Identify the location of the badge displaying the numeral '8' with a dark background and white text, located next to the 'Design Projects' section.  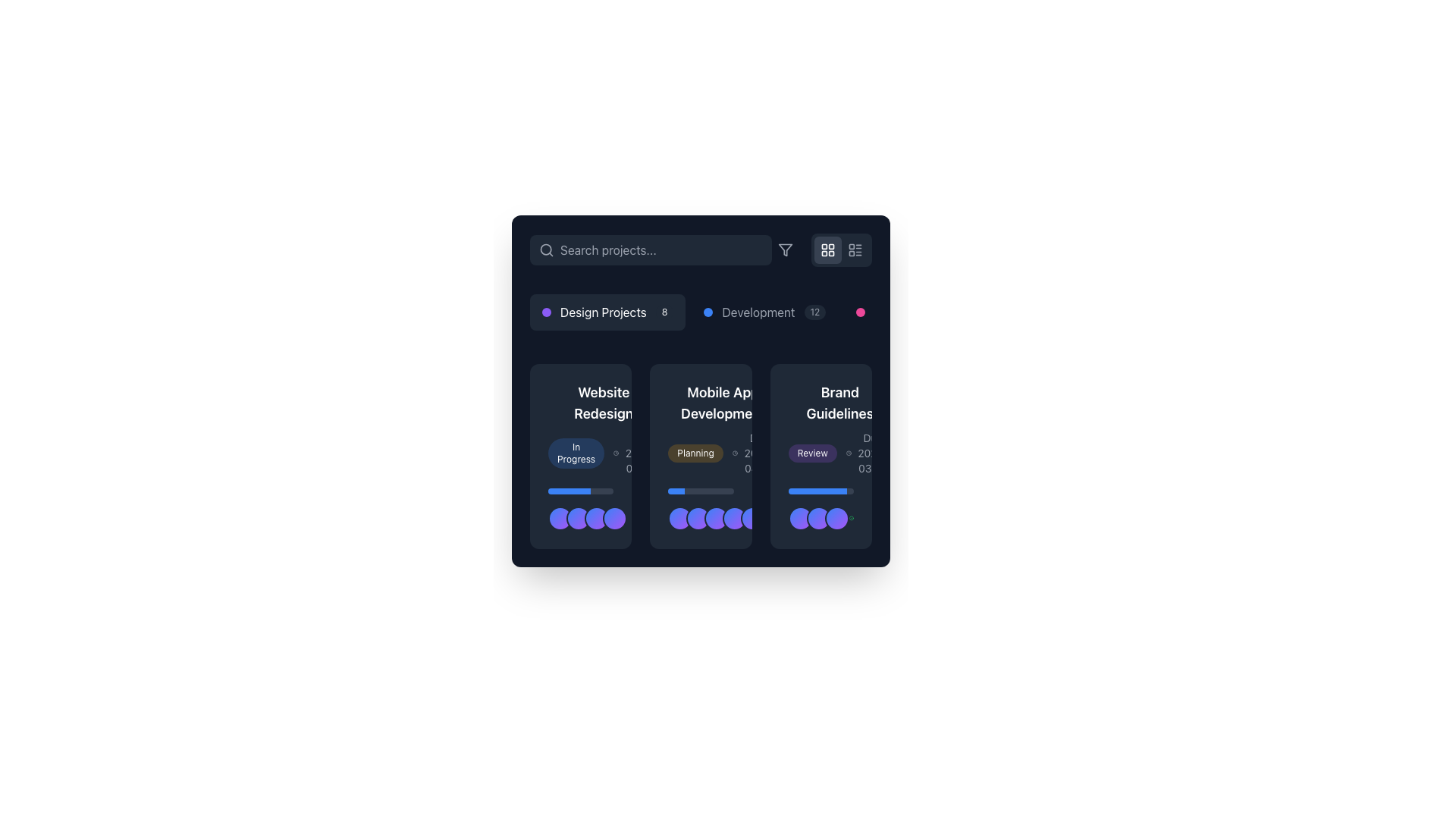
(664, 312).